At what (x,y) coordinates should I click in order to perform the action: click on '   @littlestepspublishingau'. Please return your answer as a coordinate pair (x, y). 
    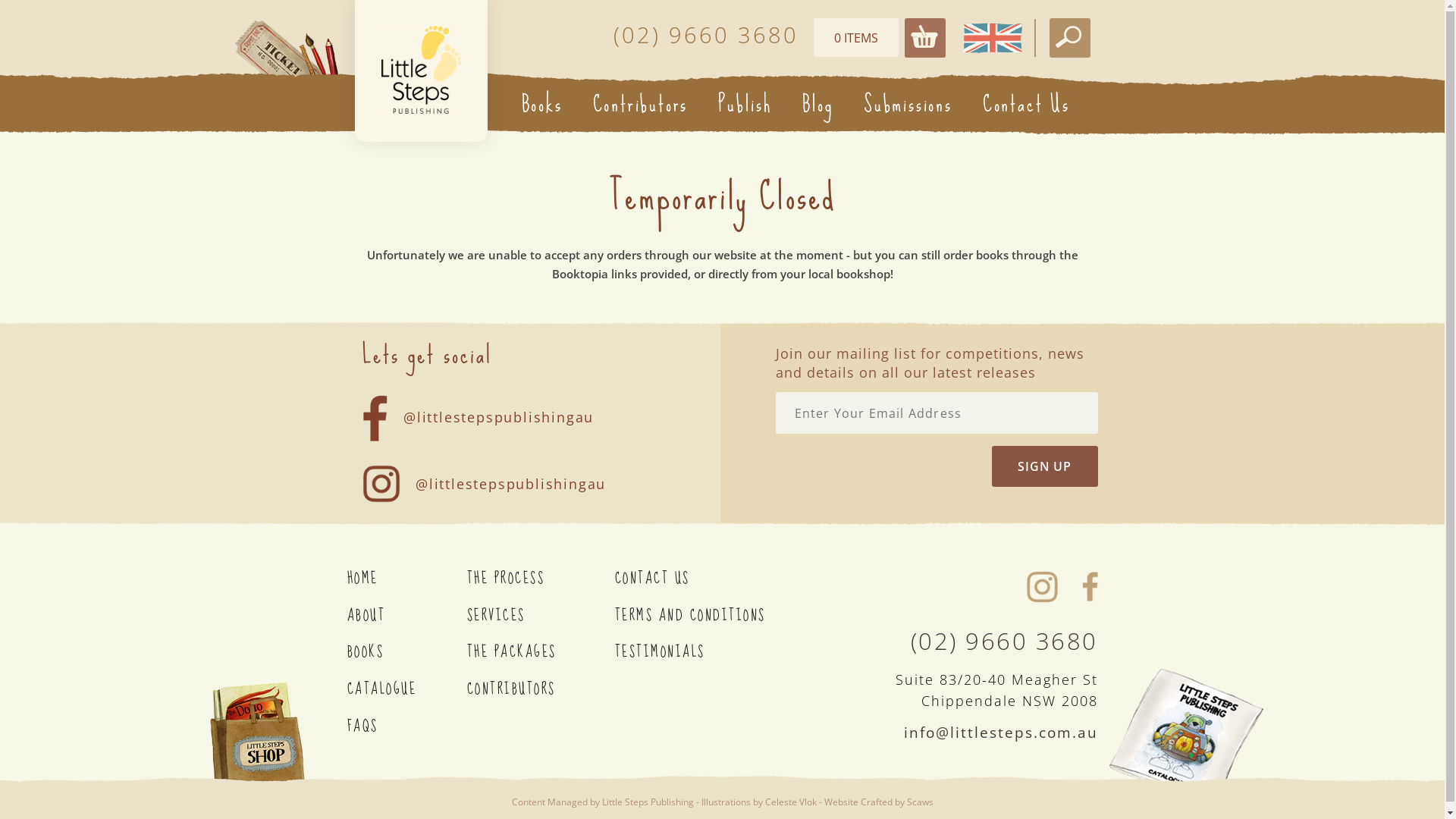
    Looking at the image, I should click on (491, 405).